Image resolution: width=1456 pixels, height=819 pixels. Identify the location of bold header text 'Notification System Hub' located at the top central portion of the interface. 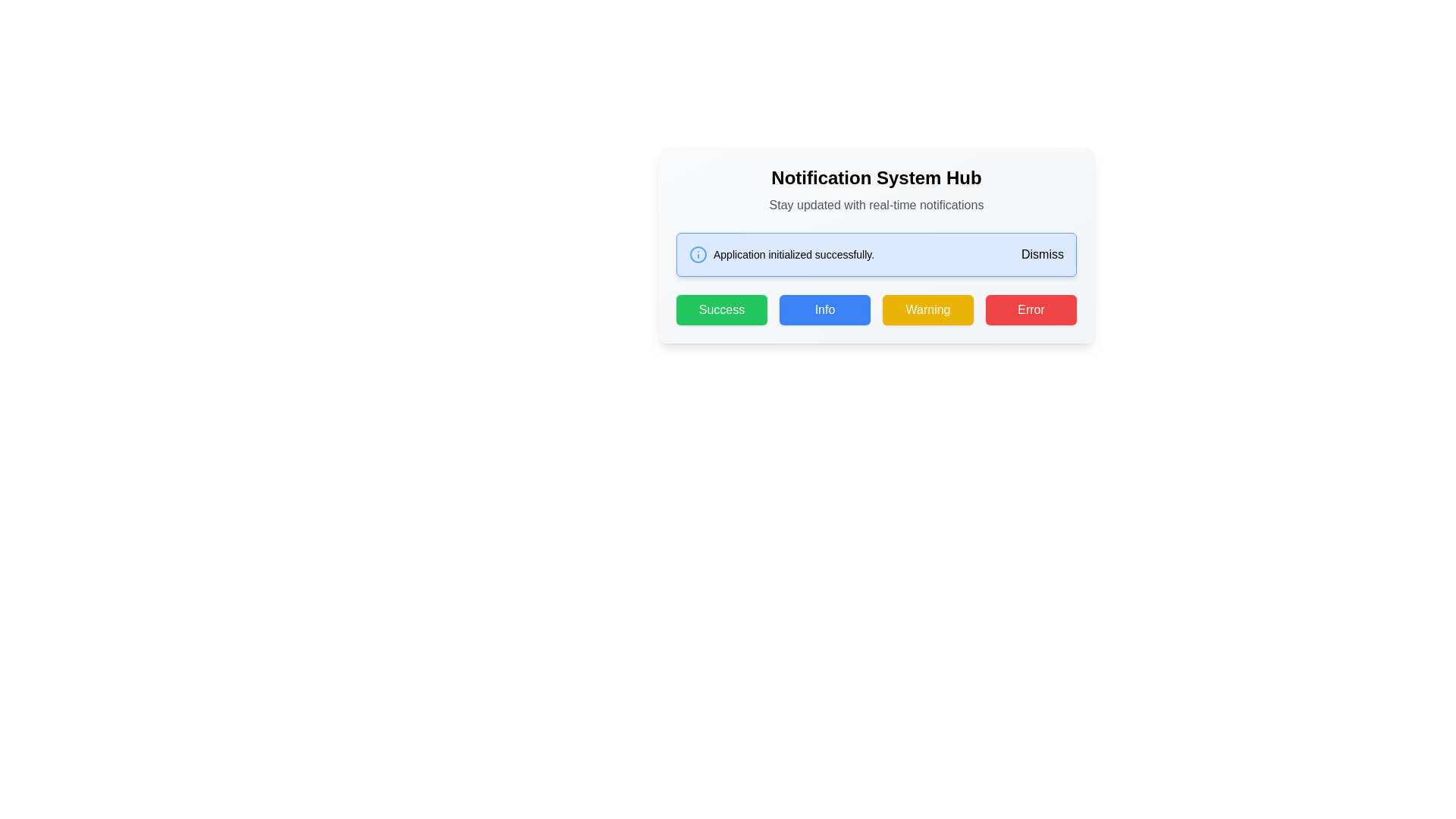
(877, 177).